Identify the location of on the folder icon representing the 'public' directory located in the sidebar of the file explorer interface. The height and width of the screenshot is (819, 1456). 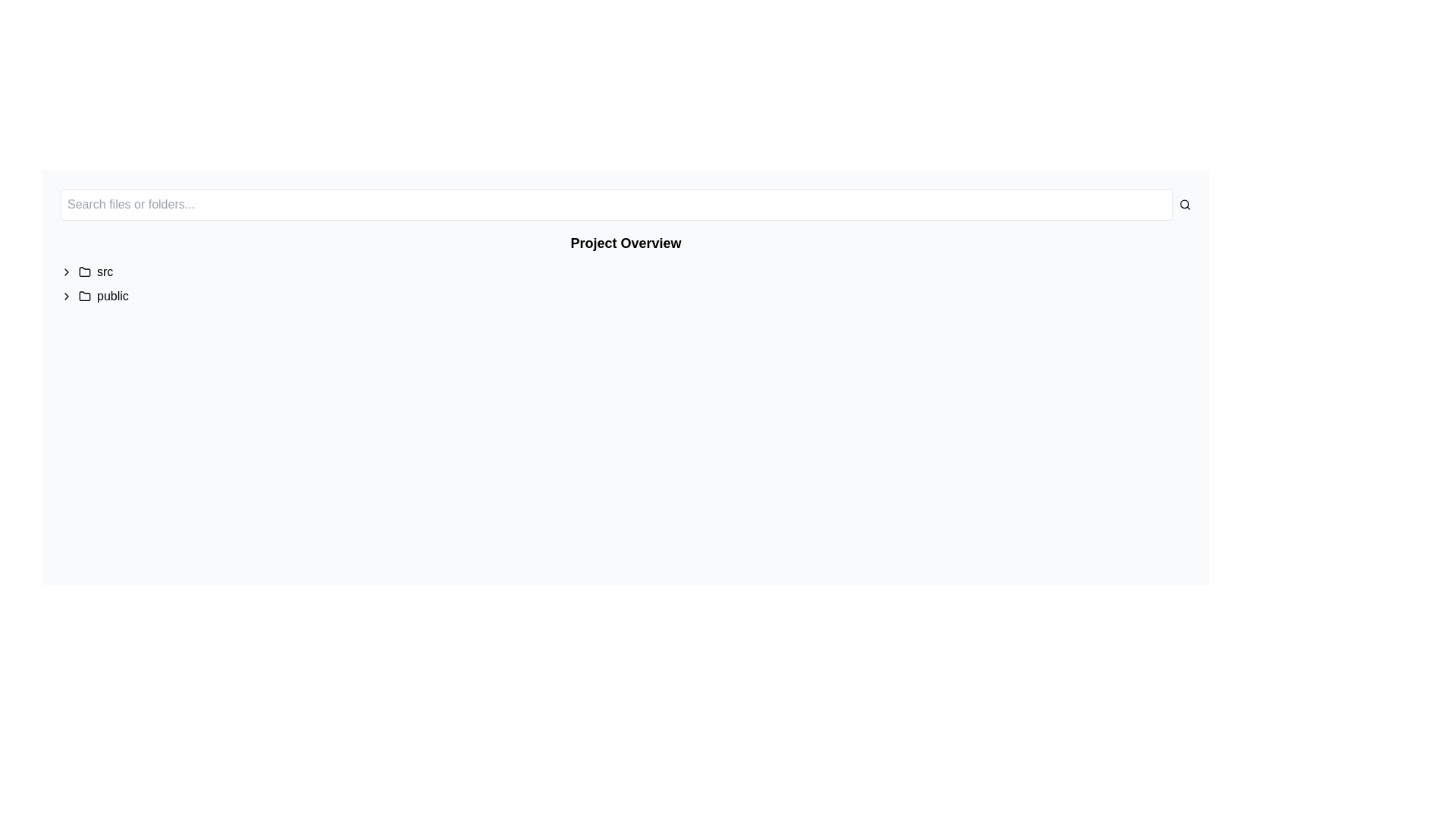
(83, 295).